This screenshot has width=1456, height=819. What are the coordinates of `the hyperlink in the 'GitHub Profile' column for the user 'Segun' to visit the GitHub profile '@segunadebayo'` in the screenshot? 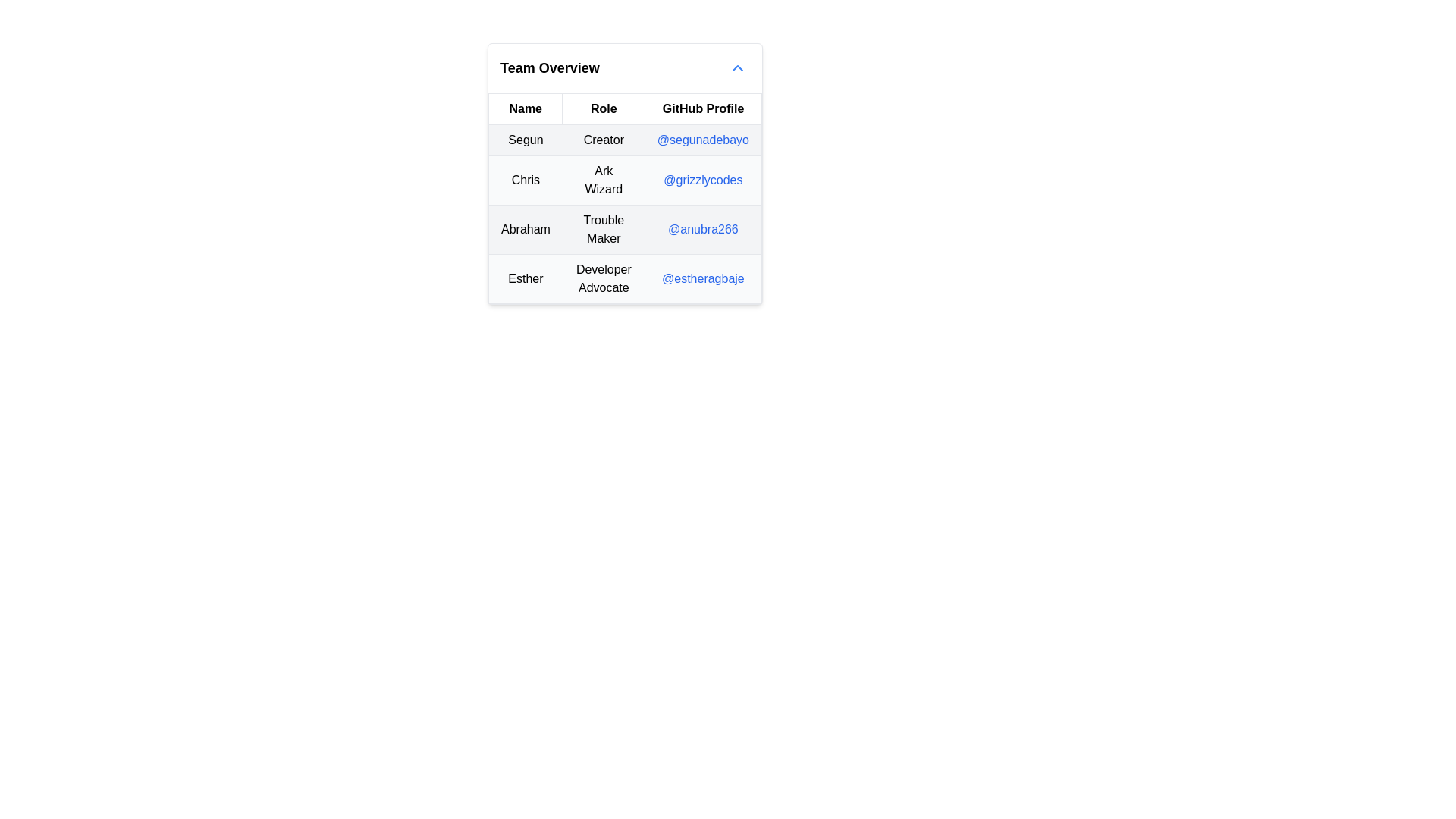 It's located at (702, 140).